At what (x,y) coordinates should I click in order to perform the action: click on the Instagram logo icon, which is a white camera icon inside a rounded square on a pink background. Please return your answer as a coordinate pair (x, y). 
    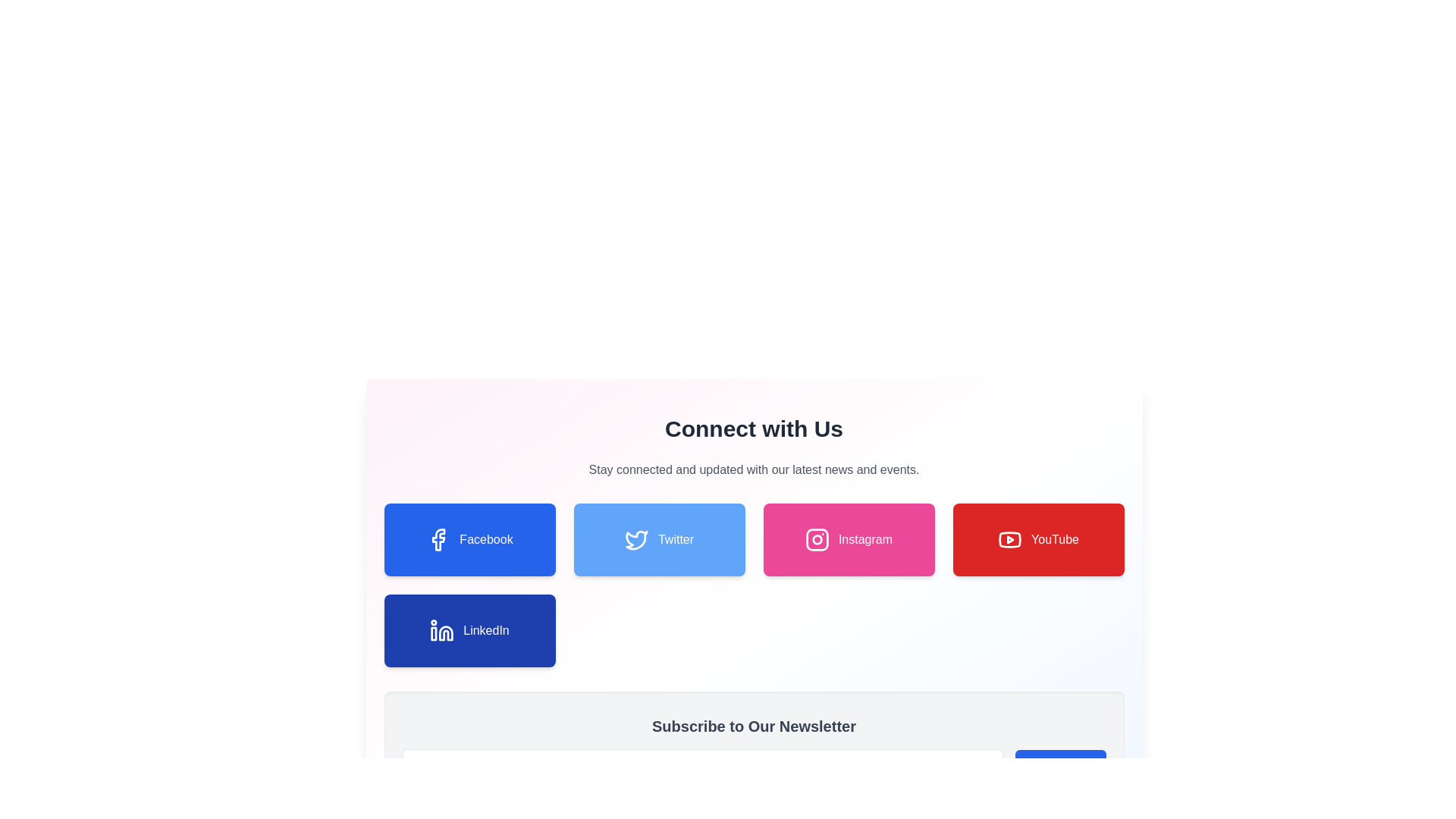
    Looking at the image, I should click on (816, 539).